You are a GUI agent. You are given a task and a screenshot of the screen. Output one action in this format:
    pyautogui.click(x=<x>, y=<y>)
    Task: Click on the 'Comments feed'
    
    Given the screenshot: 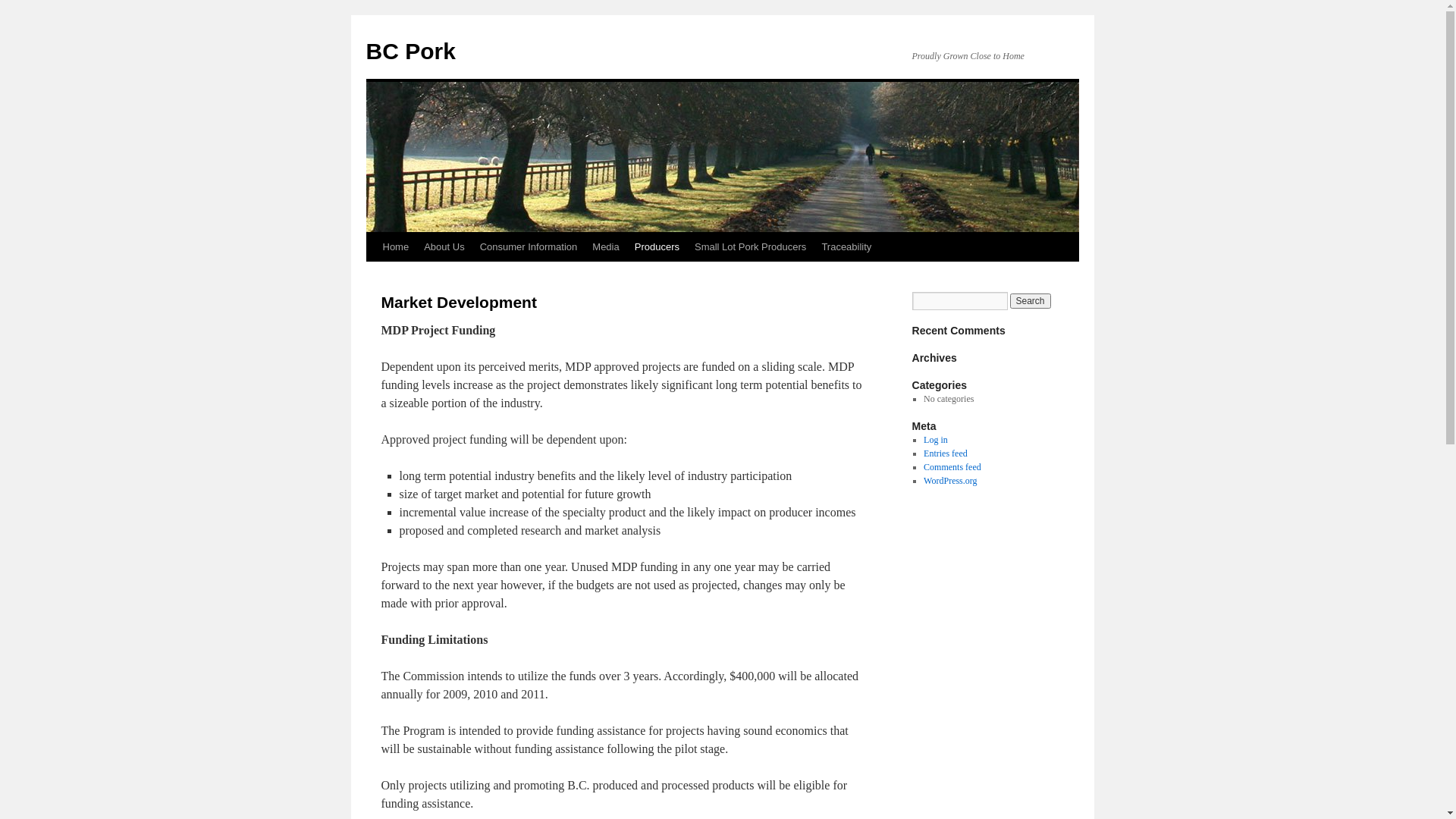 What is the action you would take?
    pyautogui.click(x=952, y=466)
    